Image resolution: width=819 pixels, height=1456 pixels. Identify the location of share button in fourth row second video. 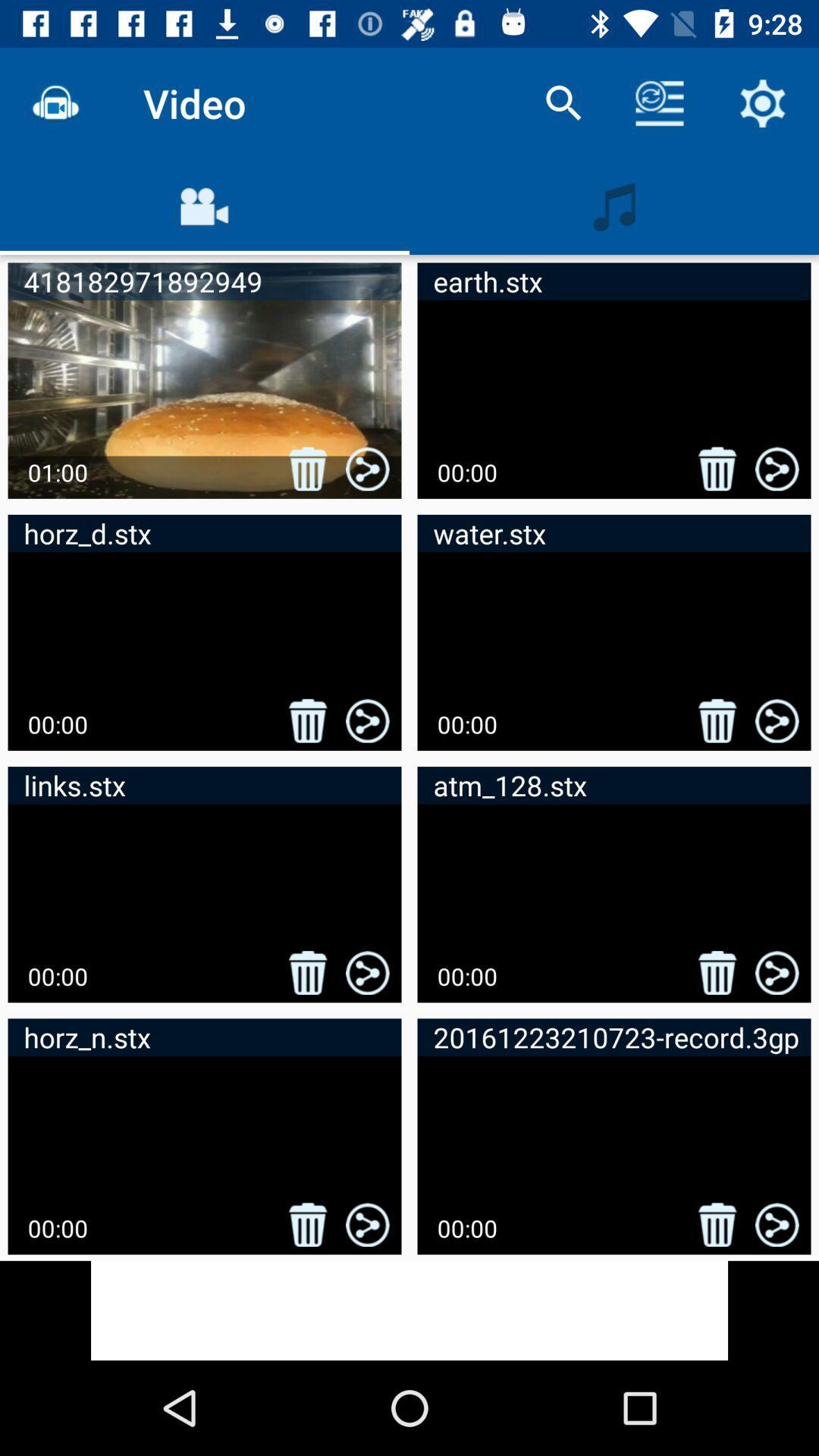
(777, 1225).